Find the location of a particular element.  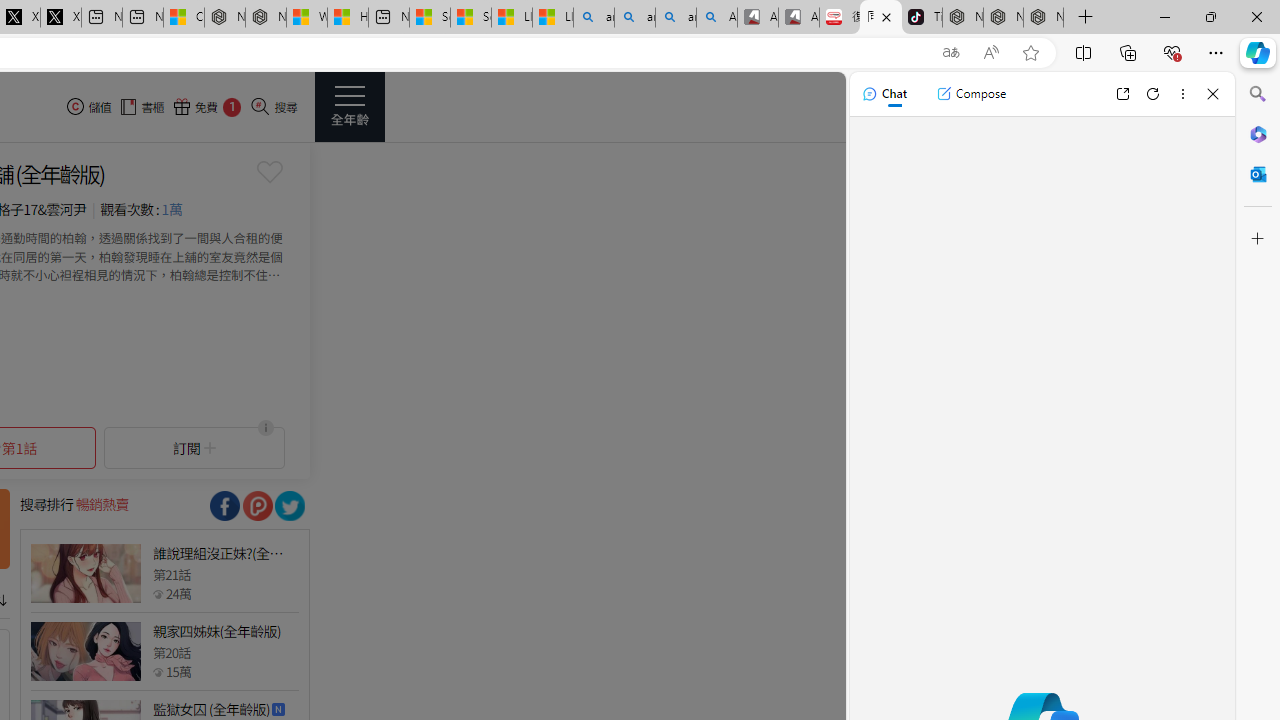

'amazon - Search Images' is located at coordinates (675, 17).